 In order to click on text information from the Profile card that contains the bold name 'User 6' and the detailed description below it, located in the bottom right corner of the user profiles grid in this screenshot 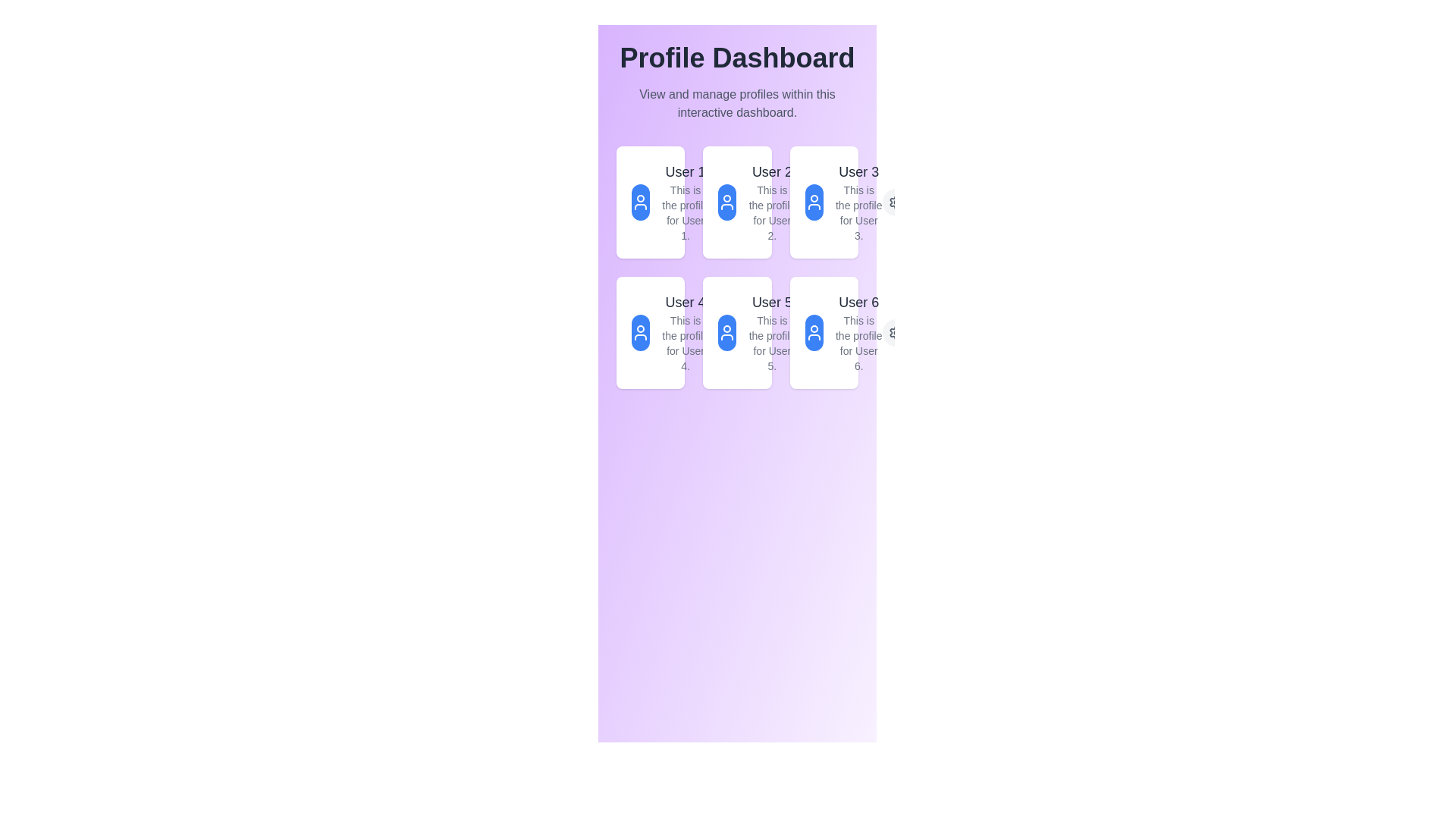, I will do `click(843, 332)`.